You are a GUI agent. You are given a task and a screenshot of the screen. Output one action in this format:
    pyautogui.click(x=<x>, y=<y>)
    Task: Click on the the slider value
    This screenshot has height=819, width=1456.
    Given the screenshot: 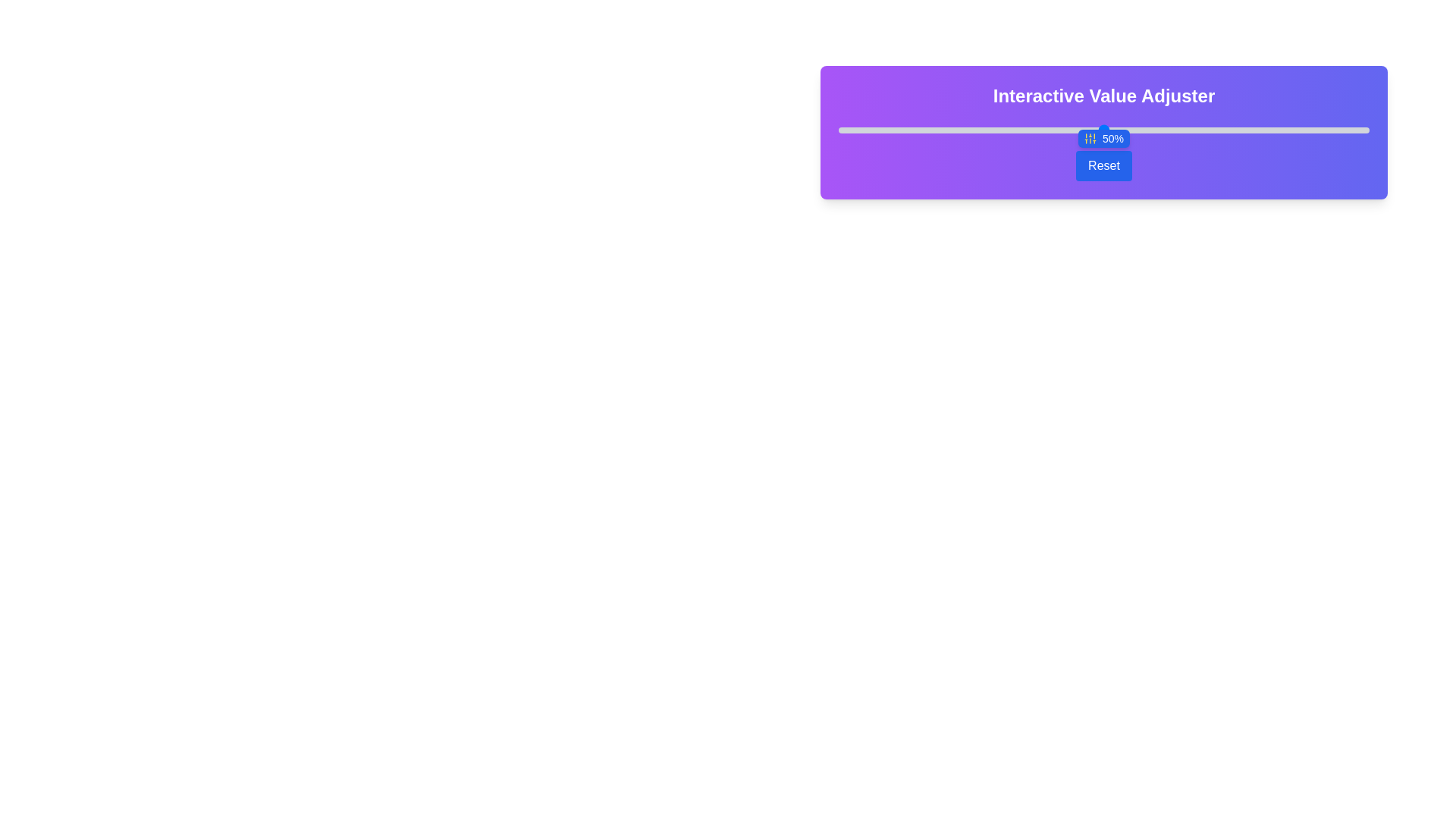 What is the action you would take?
    pyautogui.click(x=1147, y=130)
    